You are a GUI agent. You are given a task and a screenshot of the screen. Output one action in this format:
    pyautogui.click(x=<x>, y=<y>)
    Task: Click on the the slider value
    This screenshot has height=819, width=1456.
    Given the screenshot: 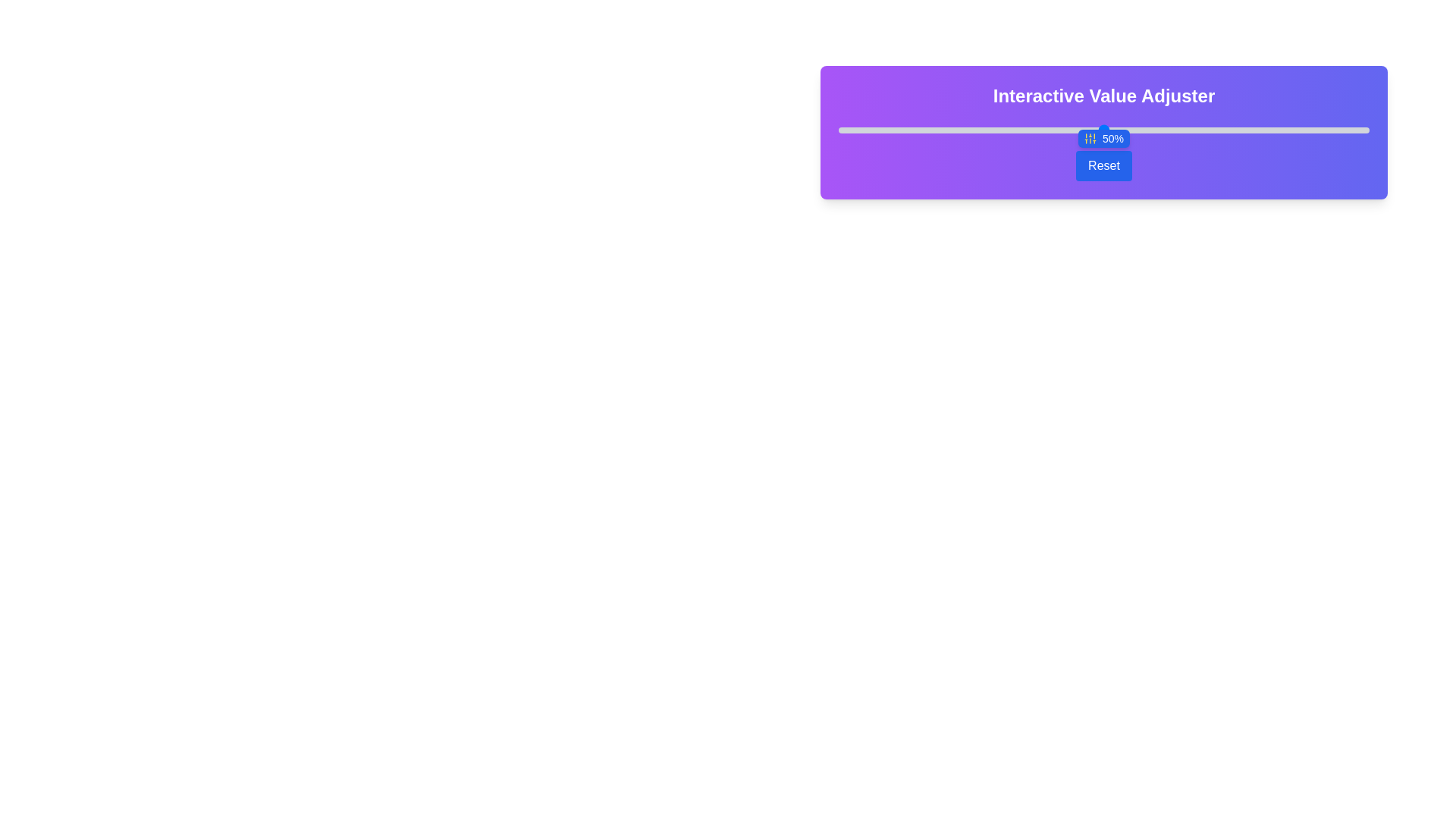 What is the action you would take?
    pyautogui.click(x=1147, y=130)
    